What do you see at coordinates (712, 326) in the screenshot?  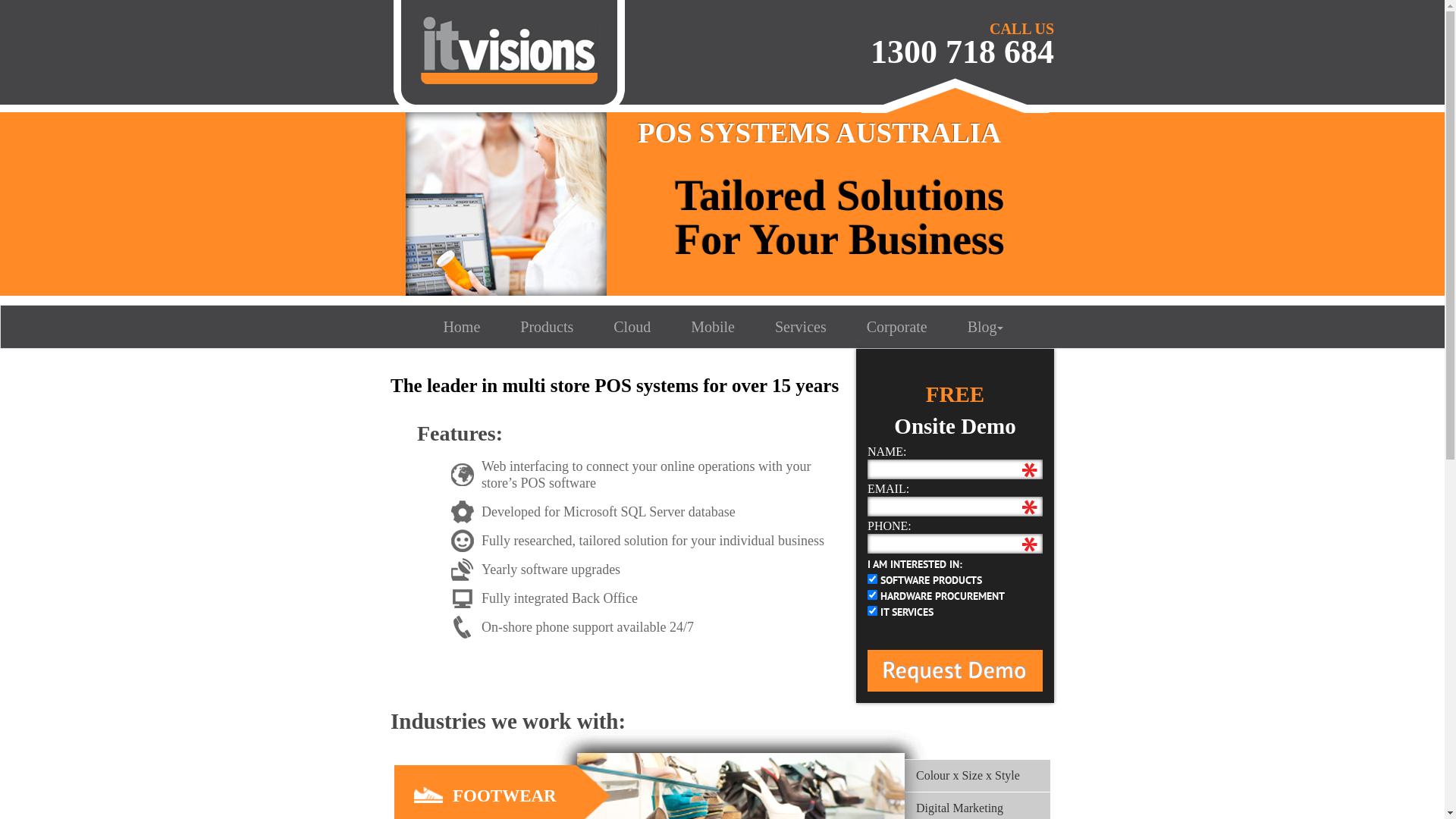 I see `'Mobile'` at bounding box center [712, 326].